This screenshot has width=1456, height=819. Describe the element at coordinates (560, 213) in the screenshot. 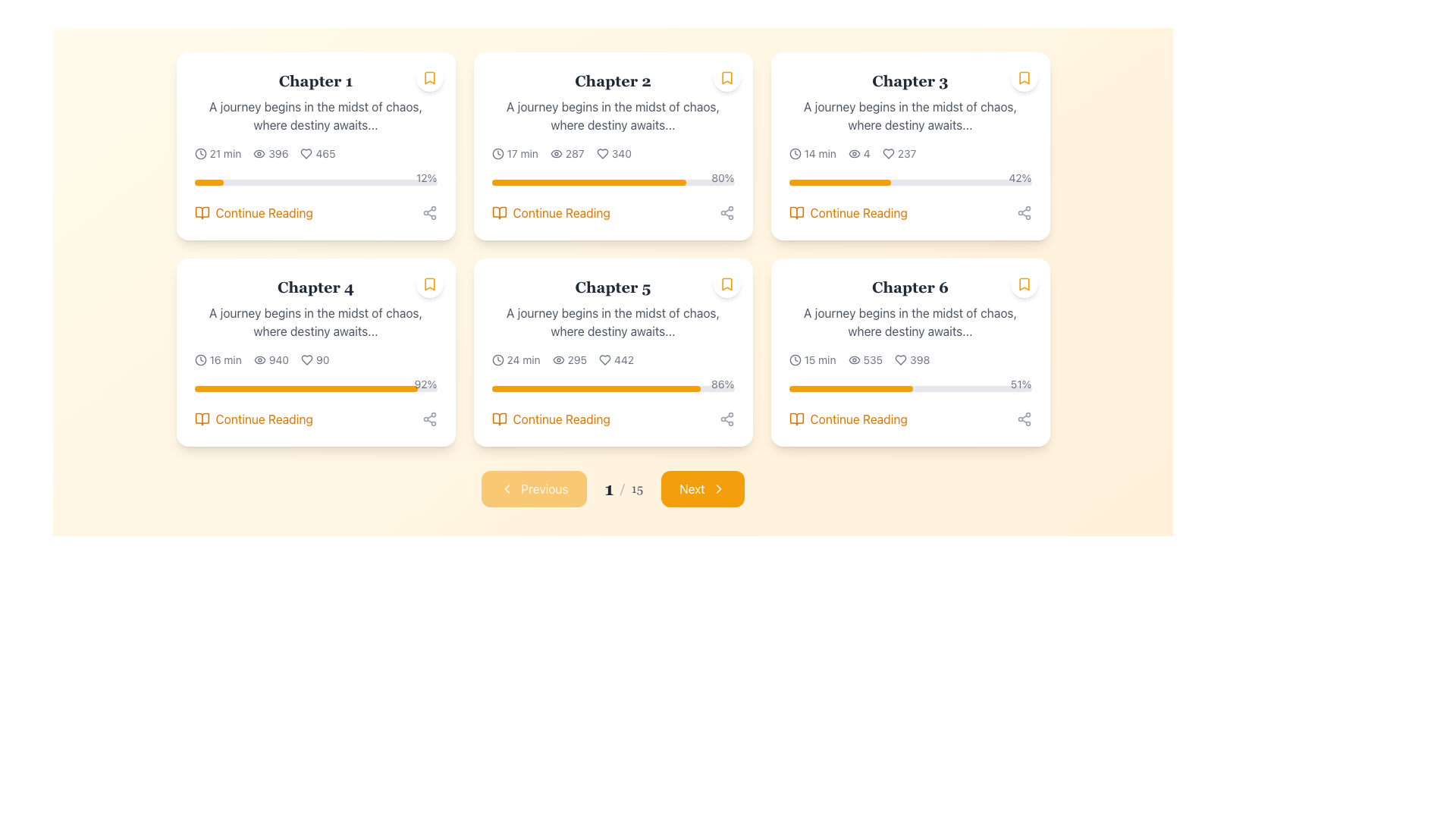

I see `the call-to-action button located at the bottom middle of the 'Chapter 2' card` at that location.